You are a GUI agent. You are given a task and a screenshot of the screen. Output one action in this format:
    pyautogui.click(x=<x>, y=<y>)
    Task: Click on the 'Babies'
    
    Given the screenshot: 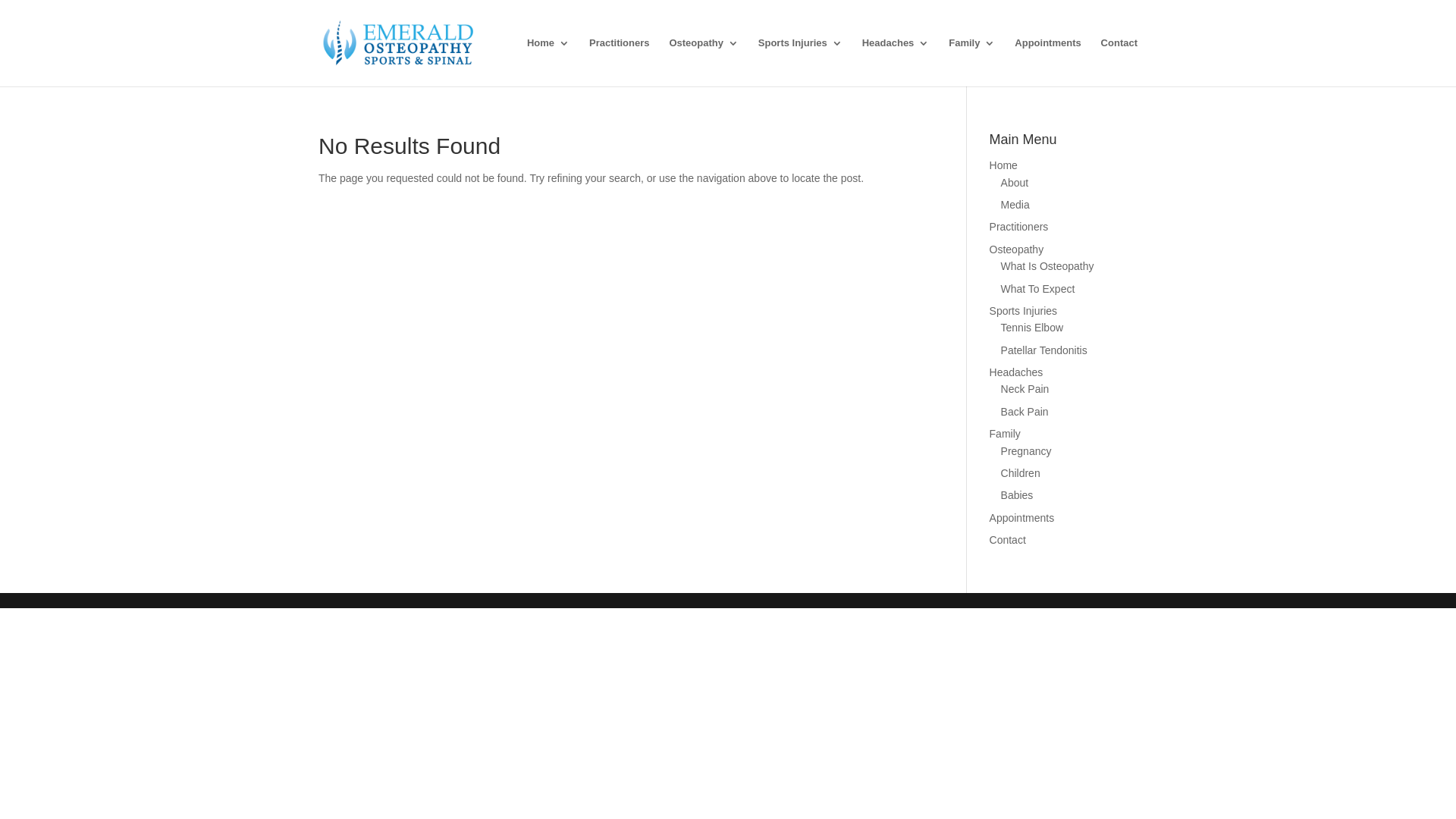 What is the action you would take?
    pyautogui.click(x=1017, y=494)
    